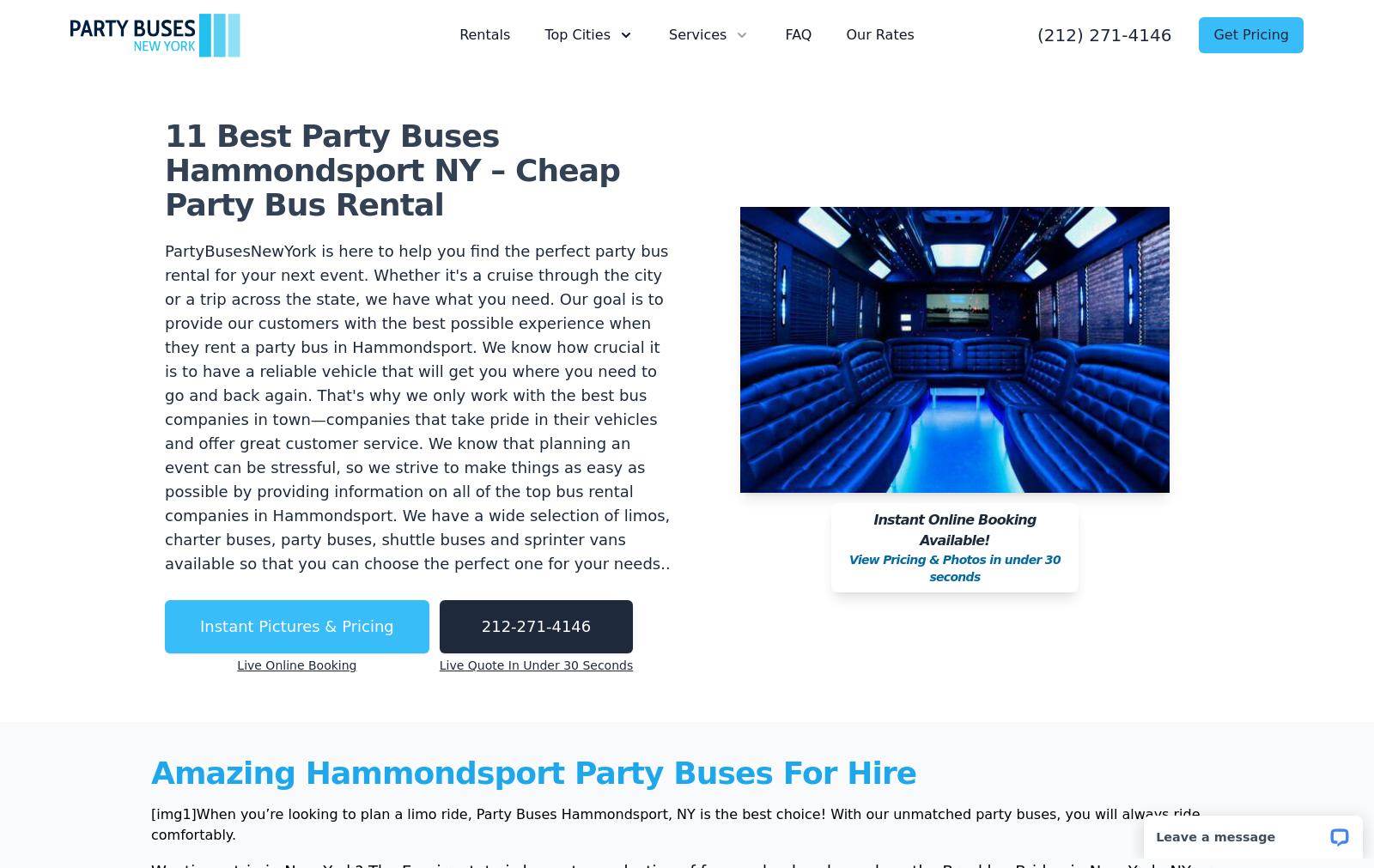 This screenshot has height=868, width=1374. What do you see at coordinates (879, 33) in the screenshot?
I see `'Our Rates'` at bounding box center [879, 33].